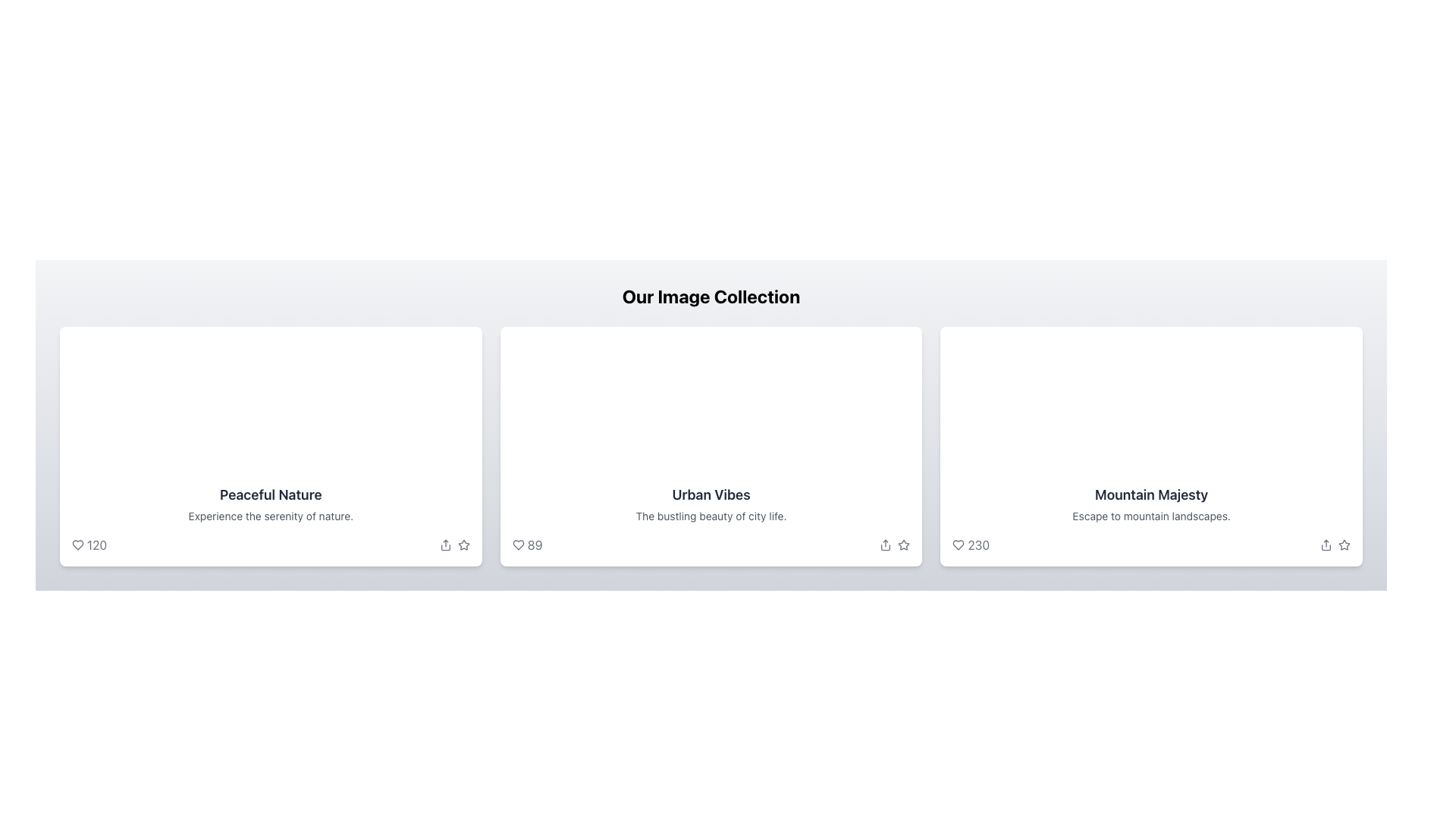  Describe the element at coordinates (444, 544) in the screenshot. I see `the share button located at the bottom-right corner of the 'Peaceful Nature' card` at that location.